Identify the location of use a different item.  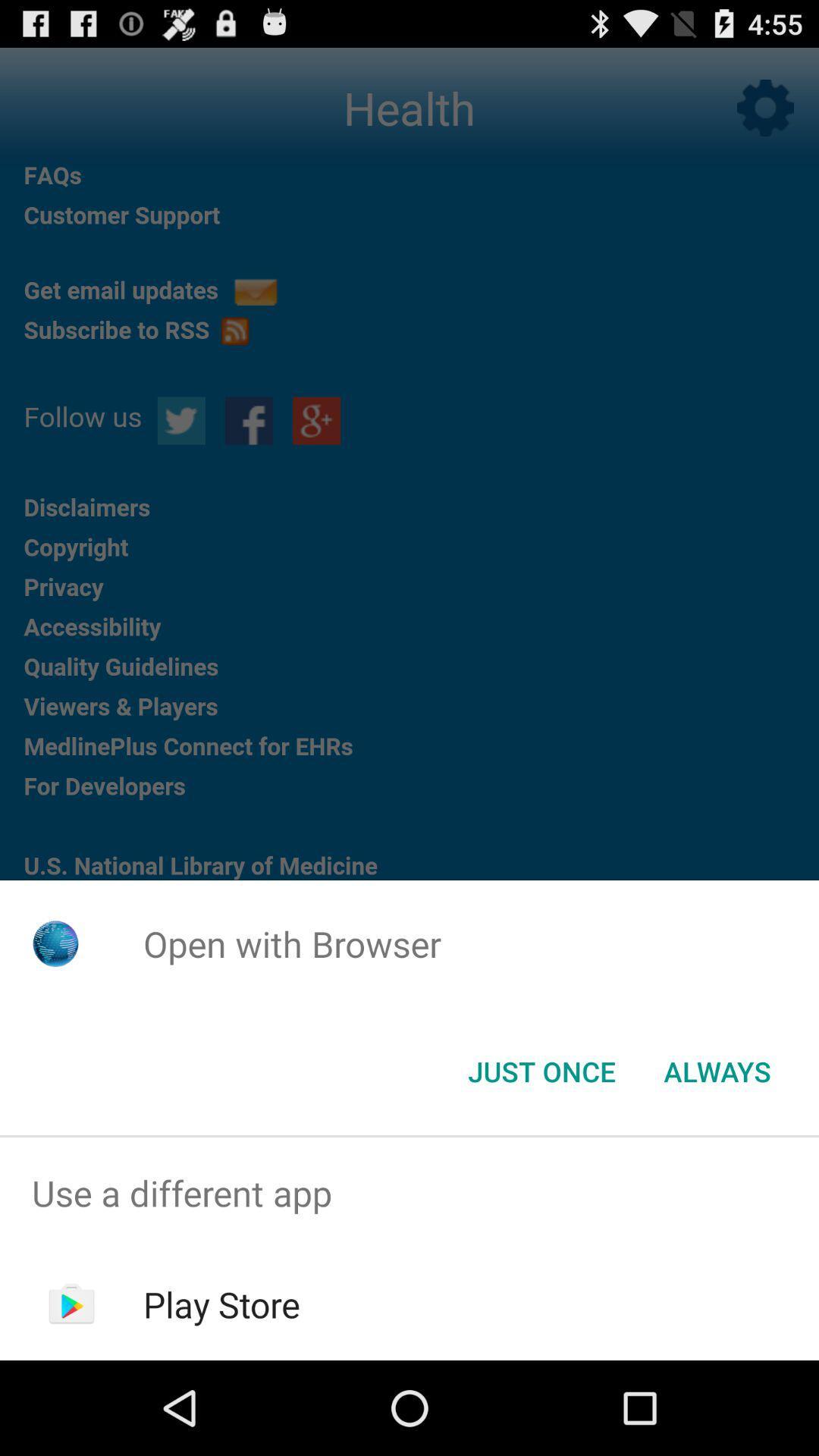
(409, 1192).